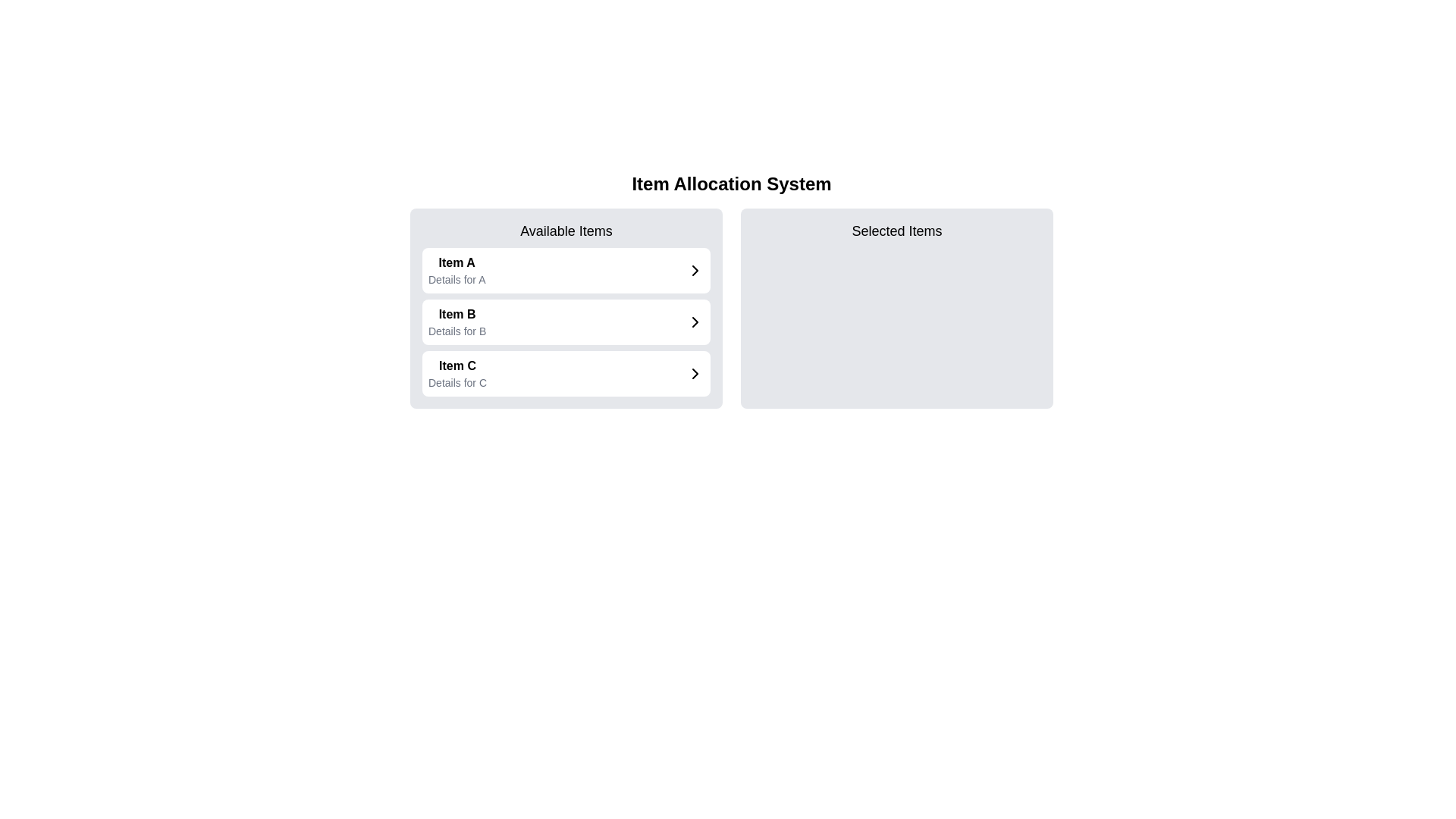  What do you see at coordinates (457, 382) in the screenshot?
I see `text label that displays 'Details for C' located in the 'Available Items' section under 'Item C'` at bounding box center [457, 382].